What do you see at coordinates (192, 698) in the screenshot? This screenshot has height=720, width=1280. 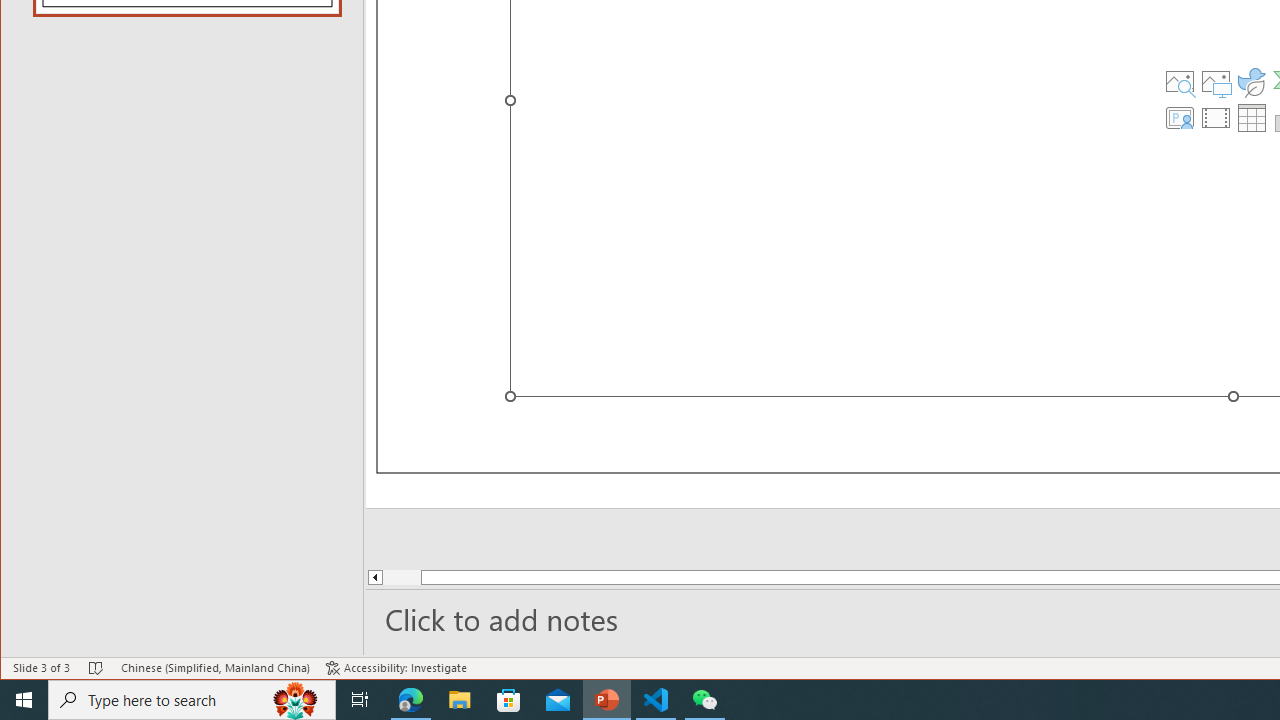 I see `'Type here to search'` at bounding box center [192, 698].